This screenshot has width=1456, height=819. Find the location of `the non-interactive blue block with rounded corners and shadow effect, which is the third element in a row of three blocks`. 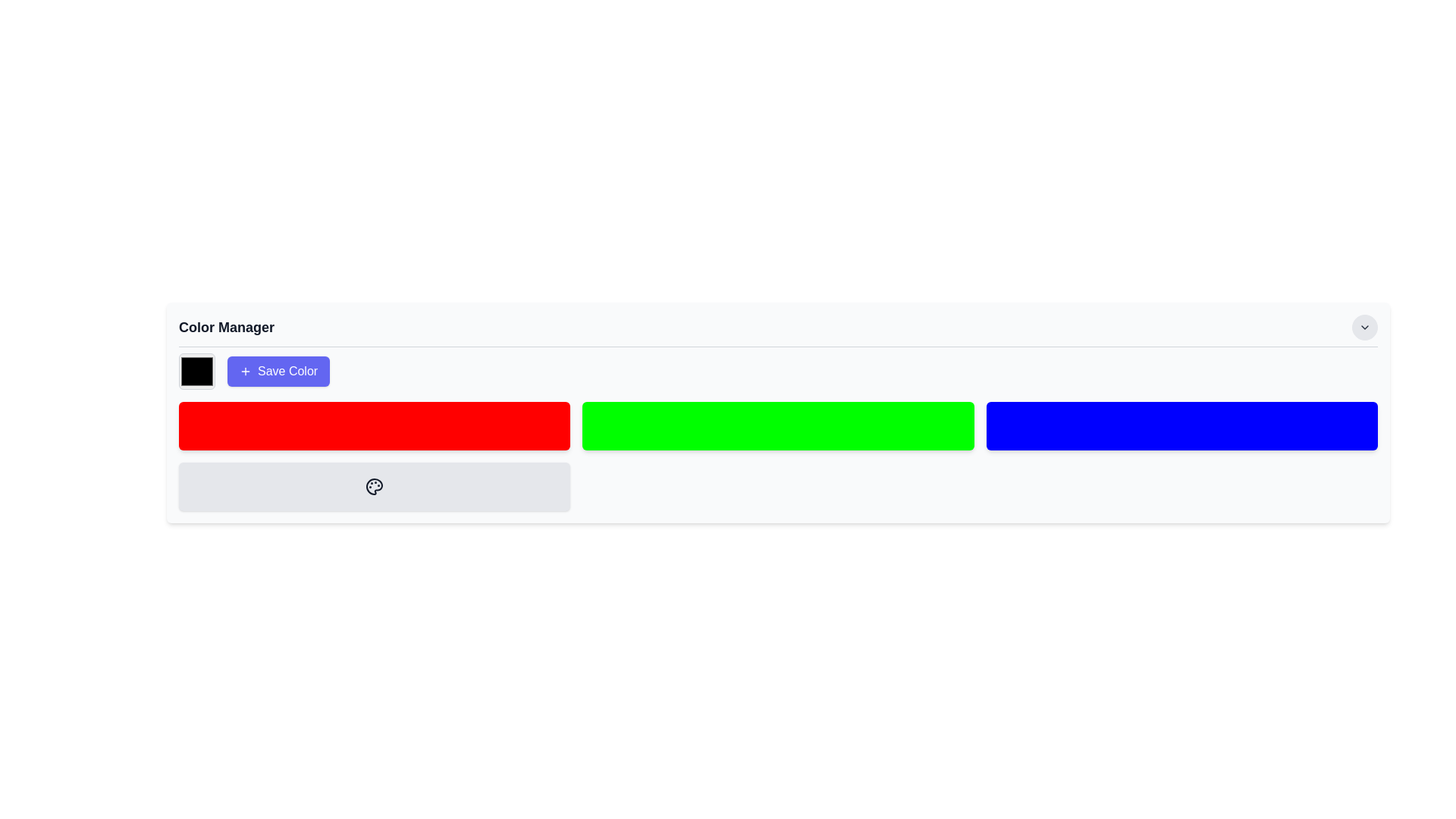

the non-interactive blue block with rounded corners and shadow effect, which is the third element in a row of three blocks is located at coordinates (1181, 426).